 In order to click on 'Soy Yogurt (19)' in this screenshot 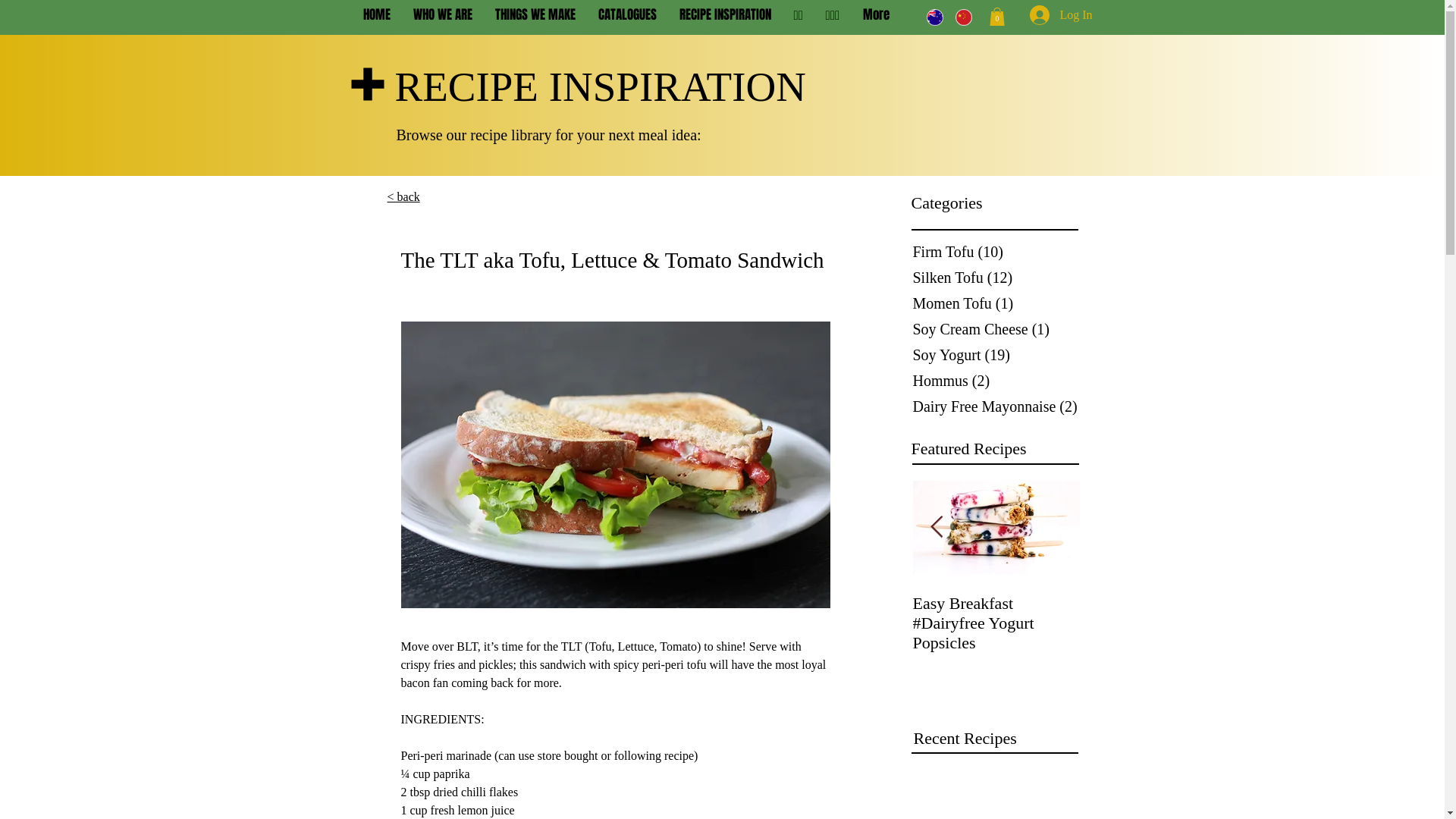, I will do `click(997, 354)`.